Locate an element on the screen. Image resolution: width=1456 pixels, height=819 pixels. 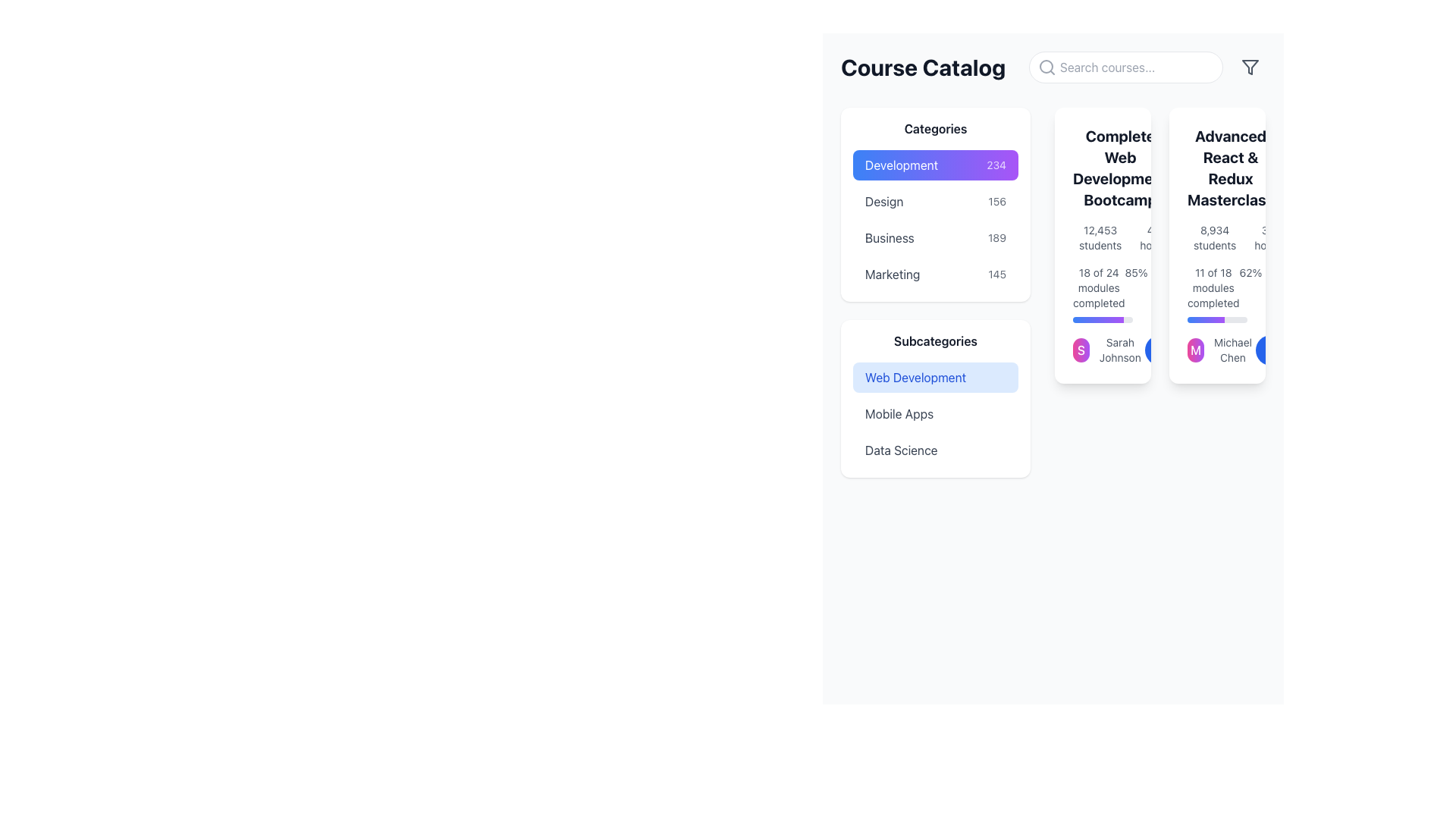
the progress bar indicating completion status for the 'Complete Web Development Bootcamp' course, located under the 'Course Catalog' section, below the text '18 of 24 modules completed' and '85%' is located at coordinates (1103, 318).